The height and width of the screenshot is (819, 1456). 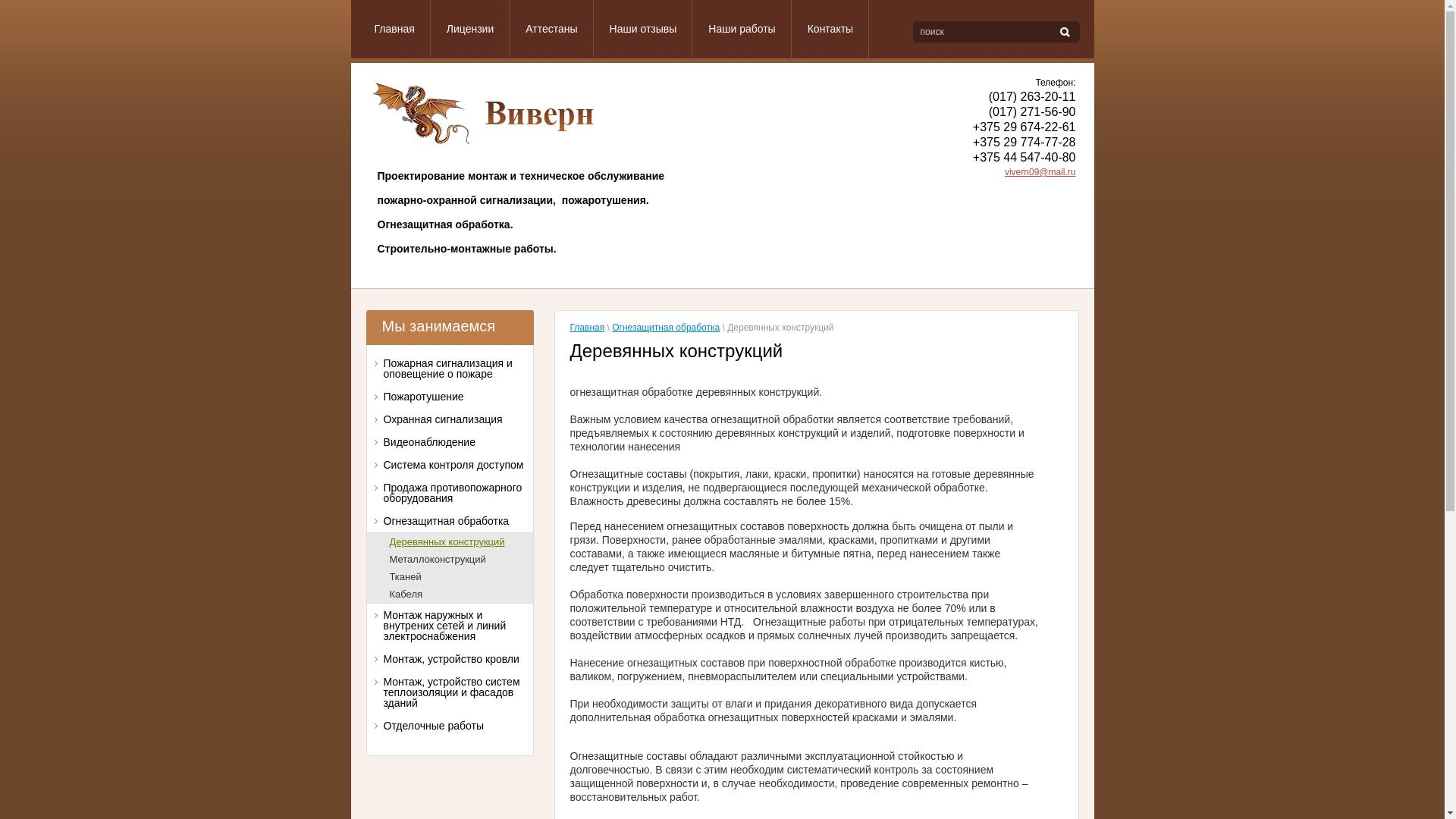 What do you see at coordinates (1040, 171) in the screenshot?
I see `'vivern09@mail.ru'` at bounding box center [1040, 171].